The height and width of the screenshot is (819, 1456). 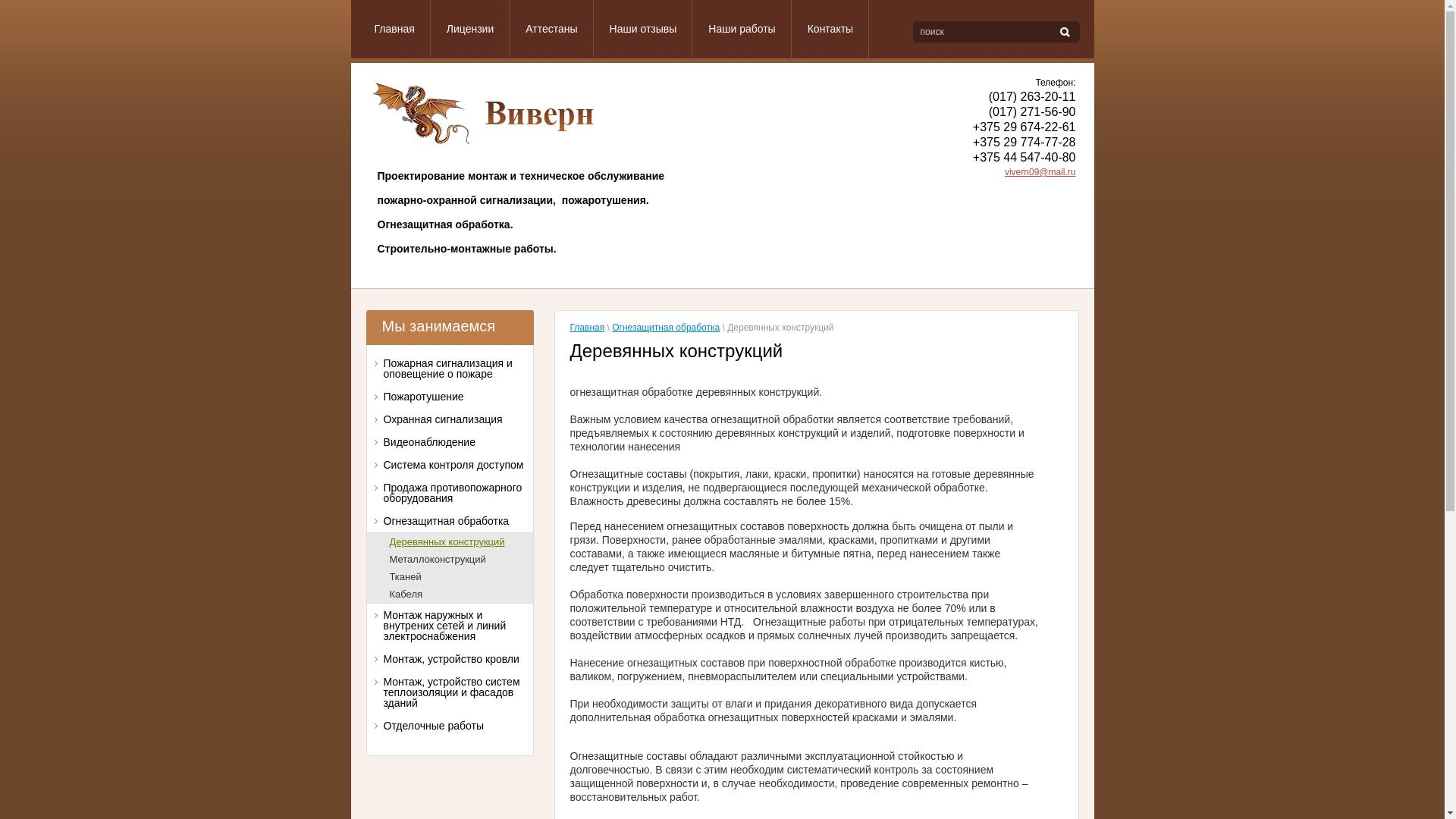 What do you see at coordinates (1040, 171) in the screenshot?
I see `'vivern09@mail.ru'` at bounding box center [1040, 171].